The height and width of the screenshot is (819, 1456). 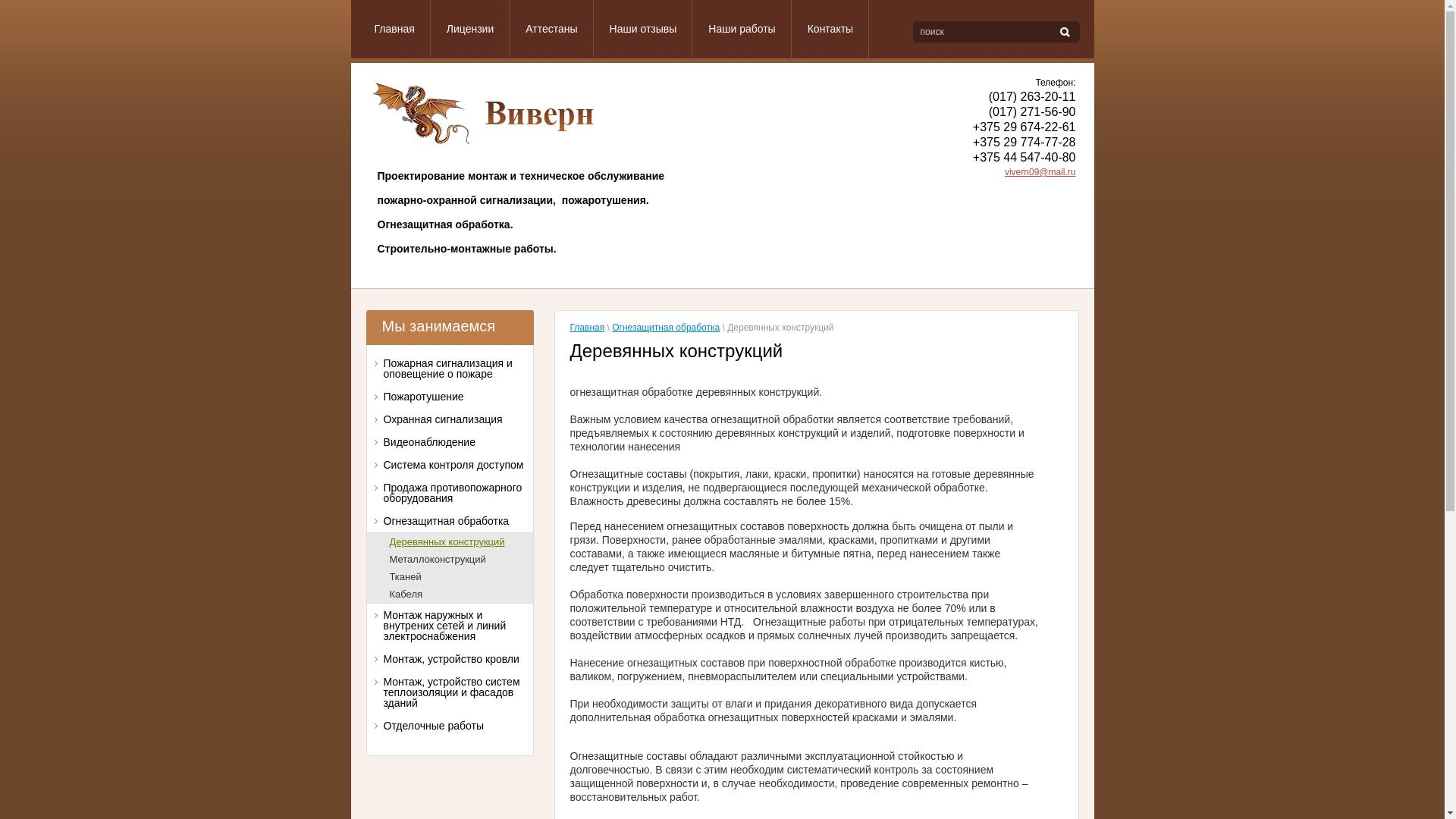 What do you see at coordinates (1040, 171) in the screenshot?
I see `'vivern09@mail.ru'` at bounding box center [1040, 171].